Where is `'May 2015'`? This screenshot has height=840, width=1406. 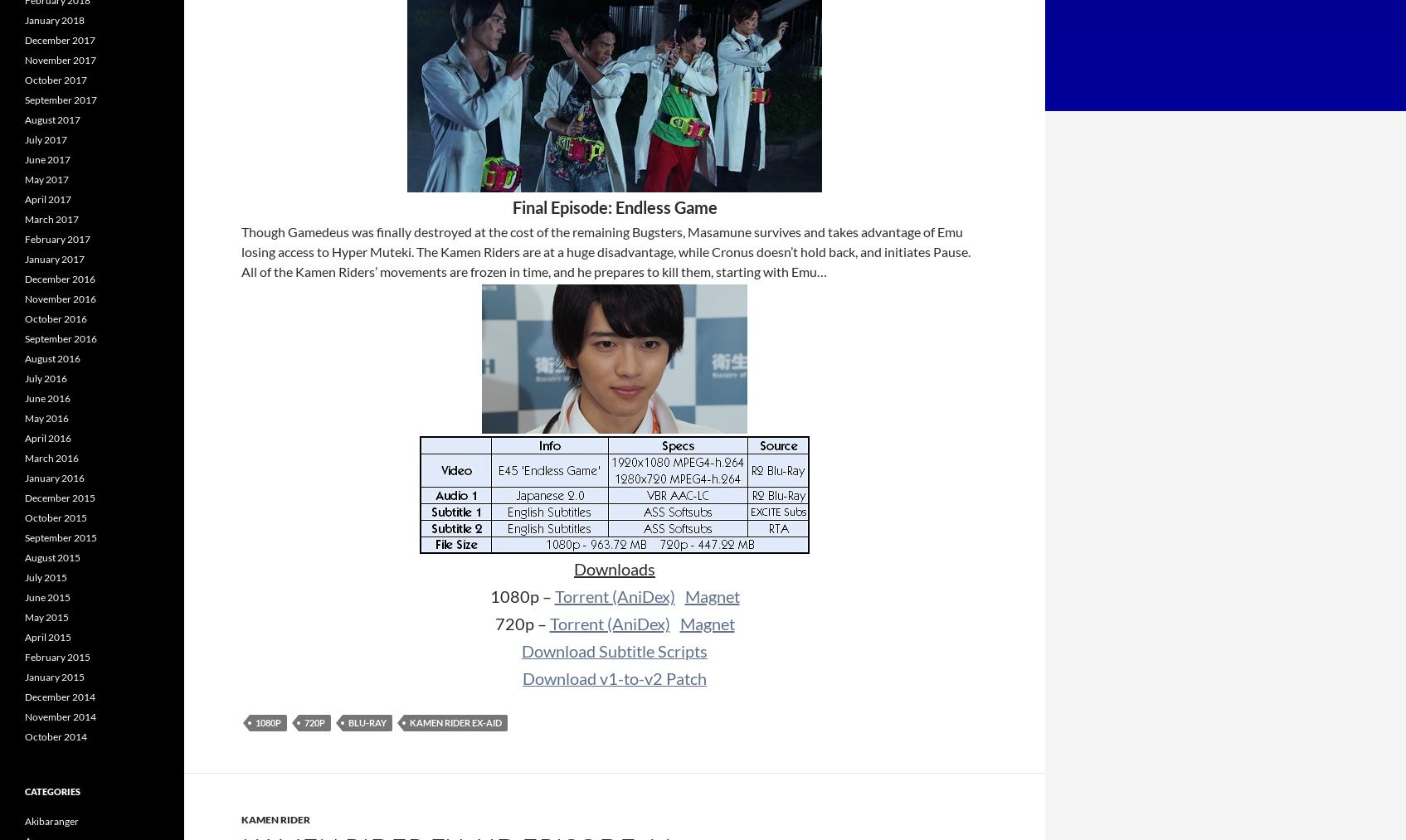 'May 2015' is located at coordinates (25, 617).